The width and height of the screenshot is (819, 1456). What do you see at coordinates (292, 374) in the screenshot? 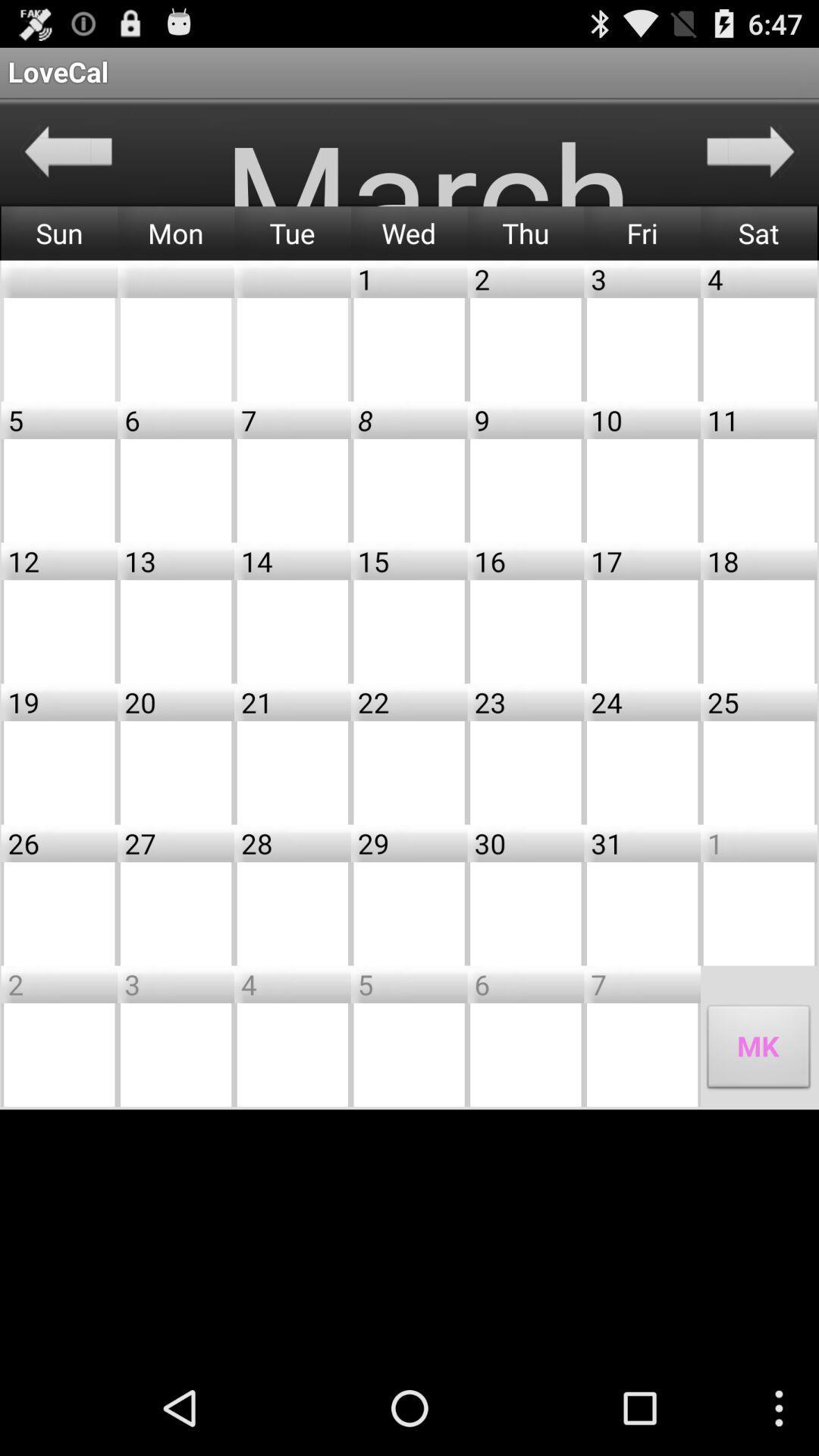
I see `the minus icon` at bounding box center [292, 374].